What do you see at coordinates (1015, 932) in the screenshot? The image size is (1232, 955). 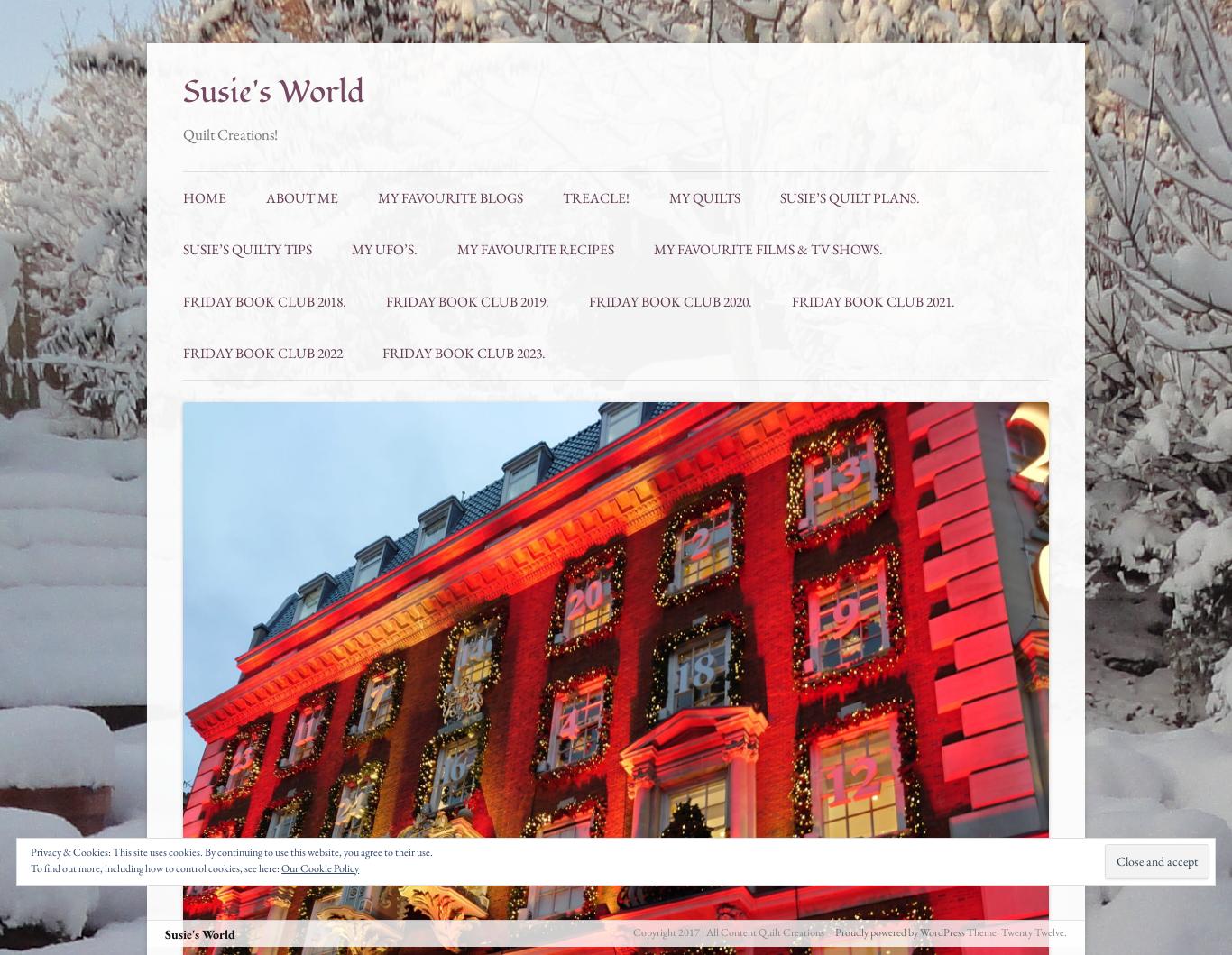 I see `'Theme: Twenty Twelve.'` at bounding box center [1015, 932].